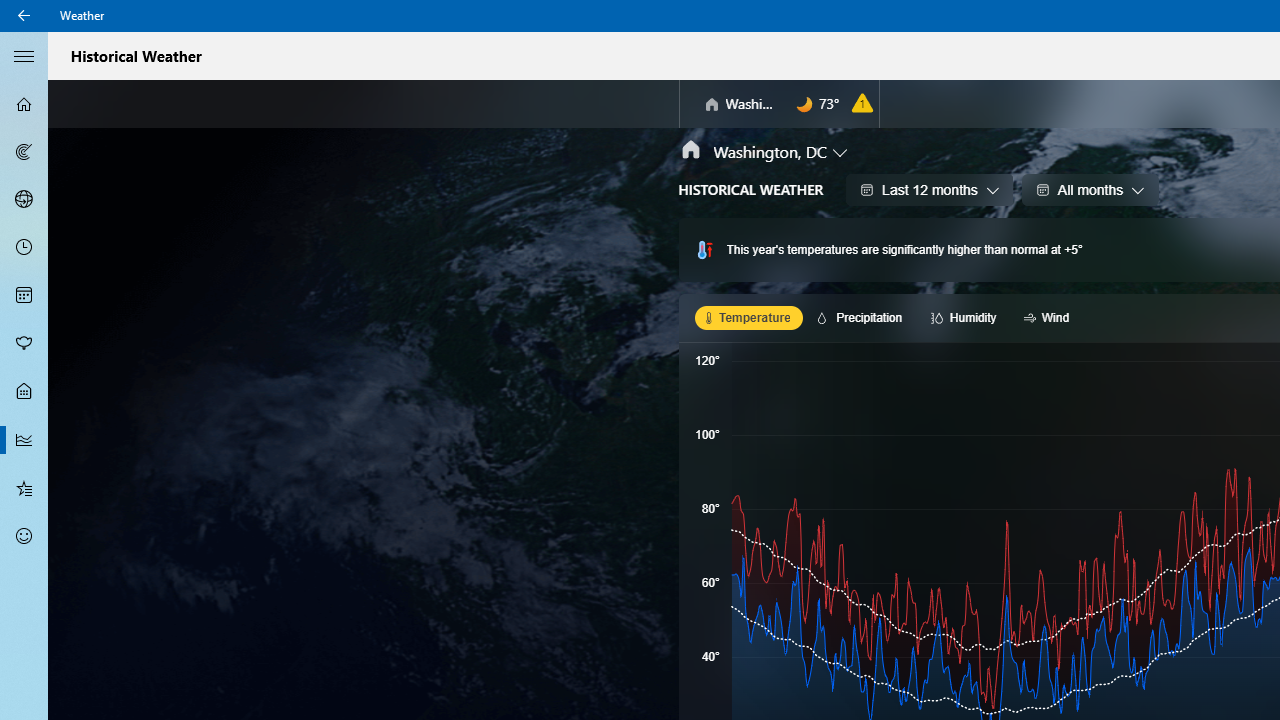  Describe the element at coordinates (24, 535) in the screenshot. I see `'Send Feedback - Not Selected'` at that location.